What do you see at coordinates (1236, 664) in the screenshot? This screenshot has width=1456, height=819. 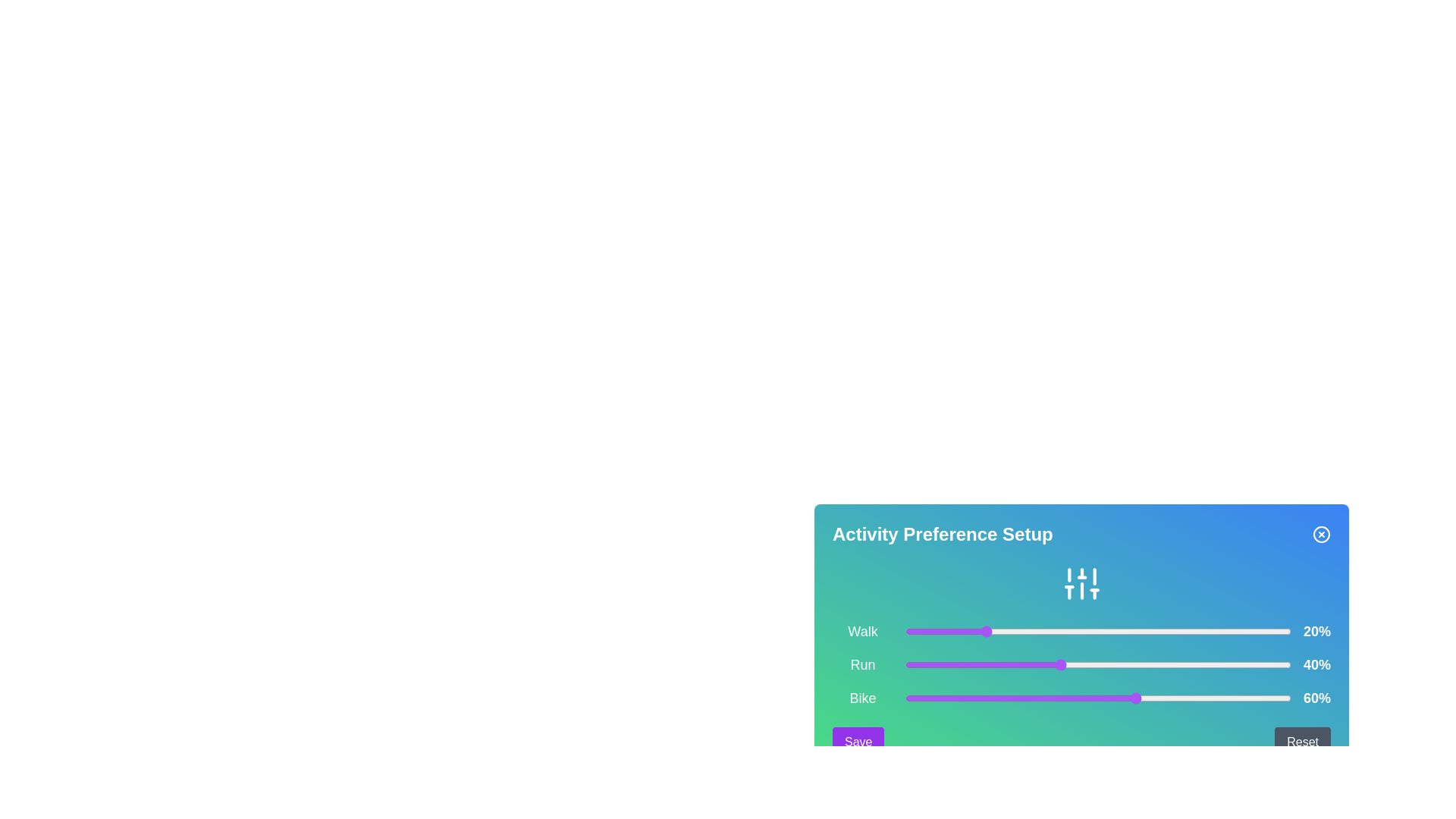 I see `the slider for 1 to 86%` at bounding box center [1236, 664].